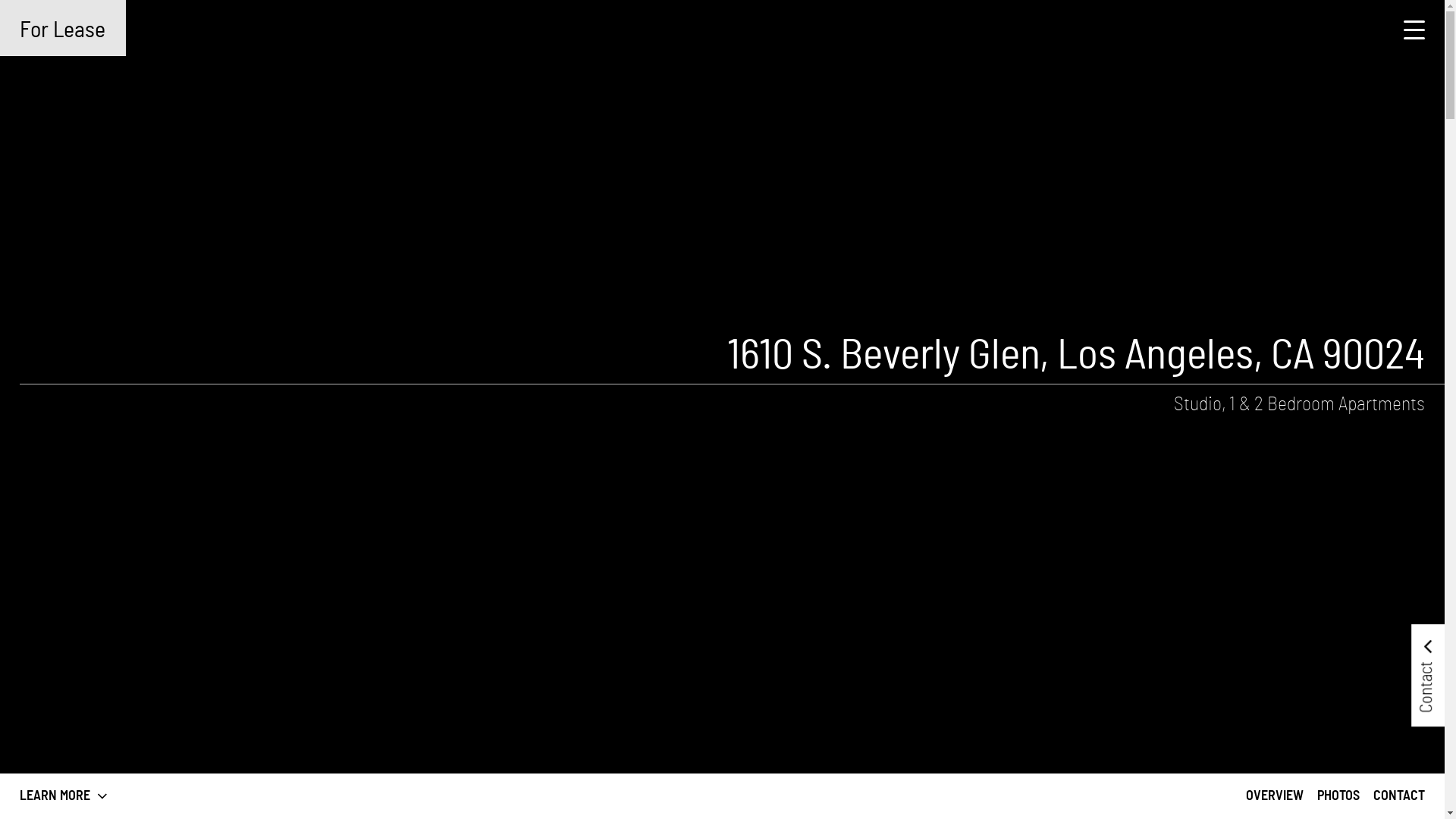 Image resolution: width=1456 pixels, height=819 pixels. What do you see at coordinates (1338, 795) in the screenshot?
I see `'PHOTOS'` at bounding box center [1338, 795].